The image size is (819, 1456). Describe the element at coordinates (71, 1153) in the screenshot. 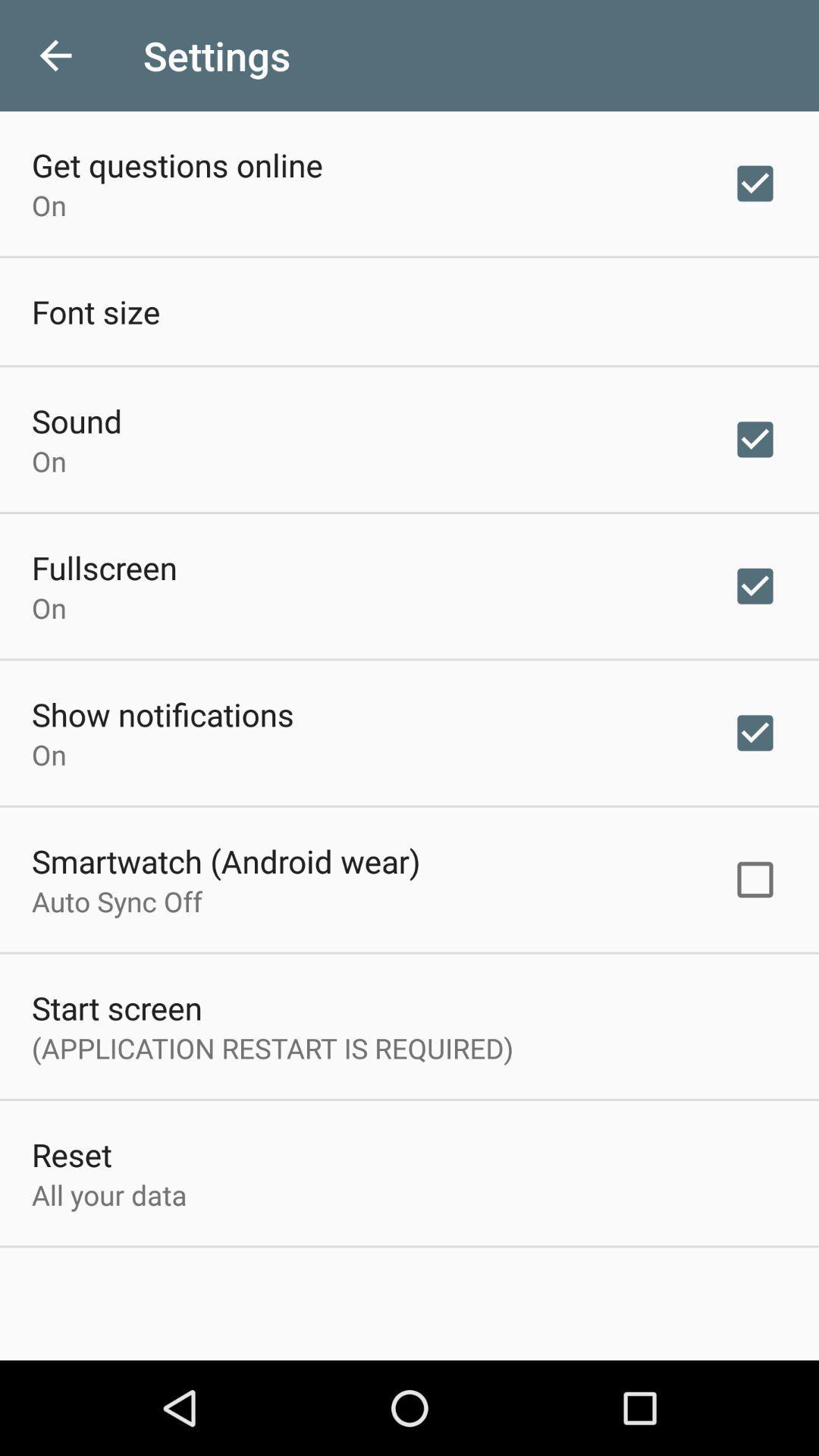

I see `reset item` at that location.